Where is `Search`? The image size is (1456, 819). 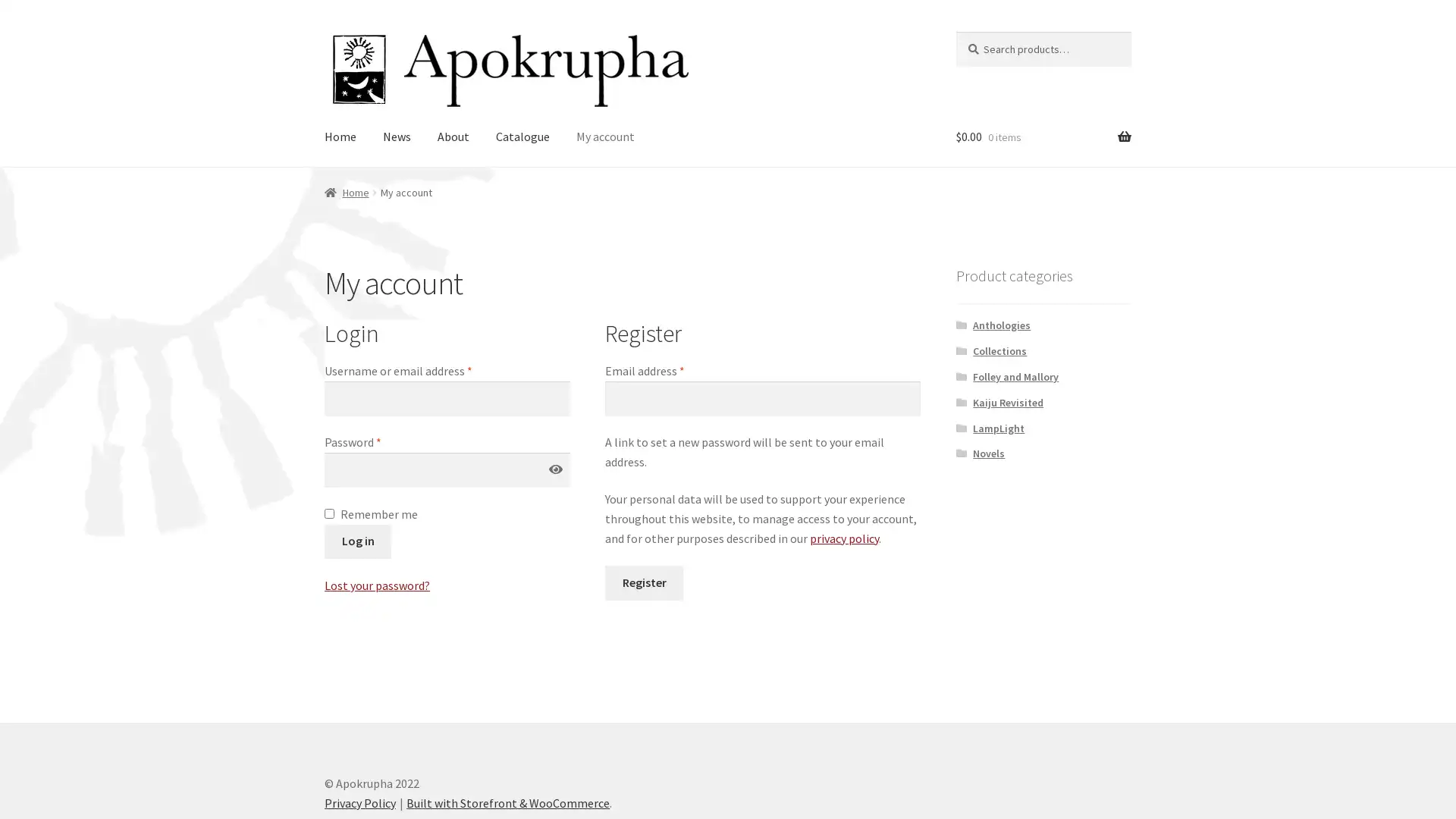
Search is located at coordinates (954, 30).